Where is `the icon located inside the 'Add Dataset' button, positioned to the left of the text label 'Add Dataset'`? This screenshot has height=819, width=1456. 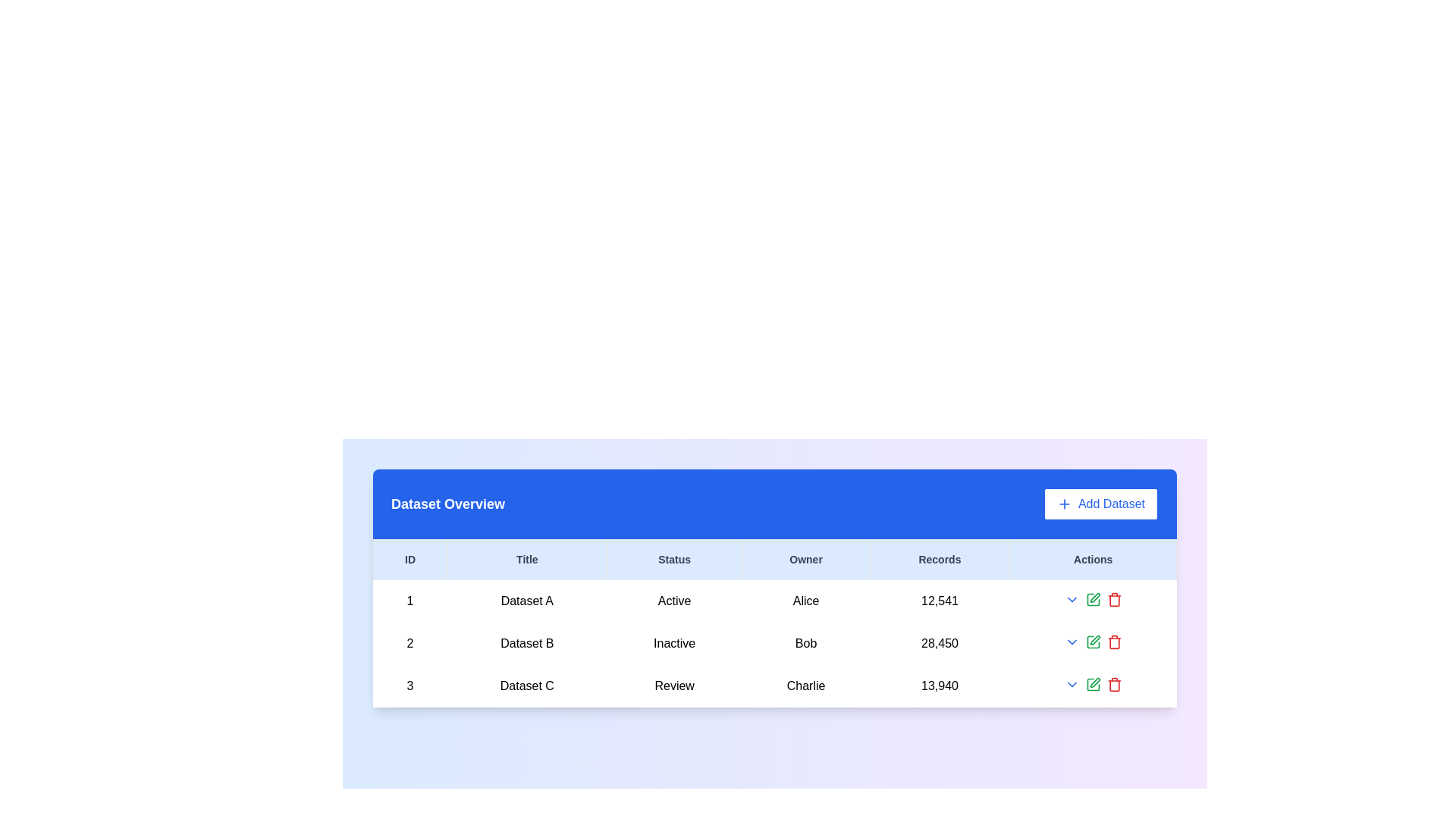
the icon located inside the 'Add Dataset' button, positioned to the left of the text label 'Add Dataset' is located at coordinates (1063, 504).